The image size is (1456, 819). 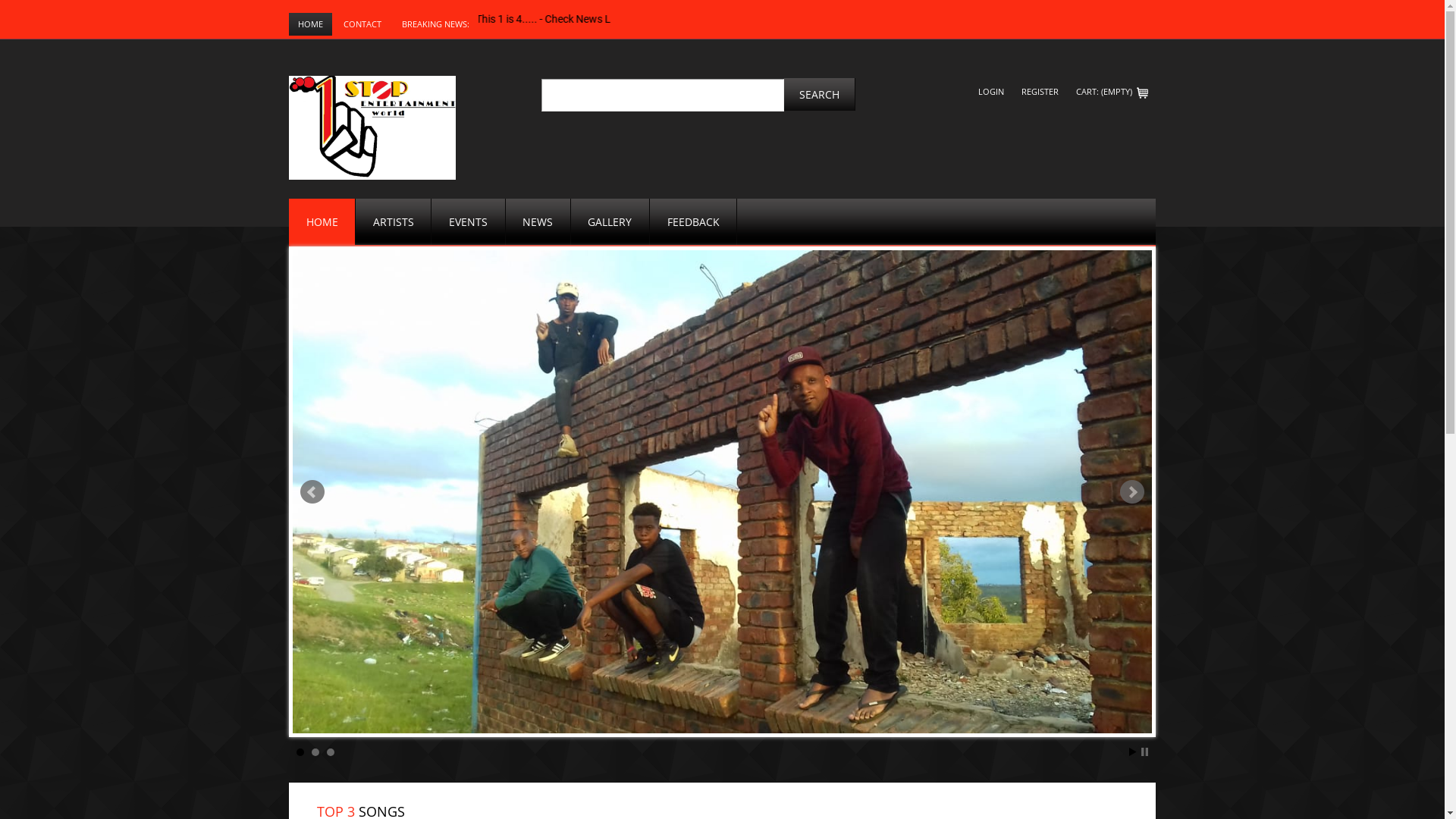 What do you see at coordinates (322, 221) in the screenshot?
I see `'HOME'` at bounding box center [322, 221].